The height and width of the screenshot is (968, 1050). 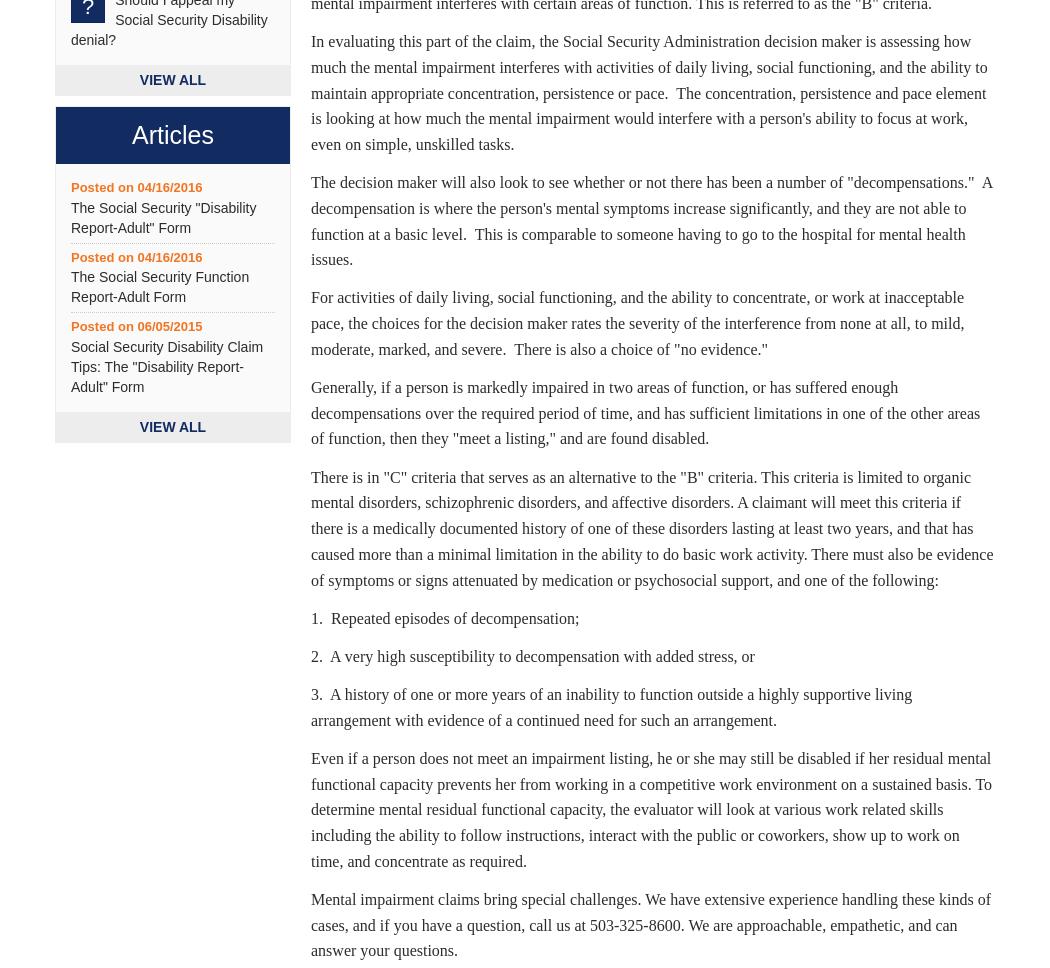 What do you see at coordinates (650, 219) in the screenshot?
I see `'The decision maker will also look to see whether or not there has been a number of "decompensations."  A decompensation is where the person's mental symptoms increase significantly, and they are not able to function at a basic level.  This is comparable to someone having to go to the hospital for mental health issues.'` at bounding box center [650, 219].